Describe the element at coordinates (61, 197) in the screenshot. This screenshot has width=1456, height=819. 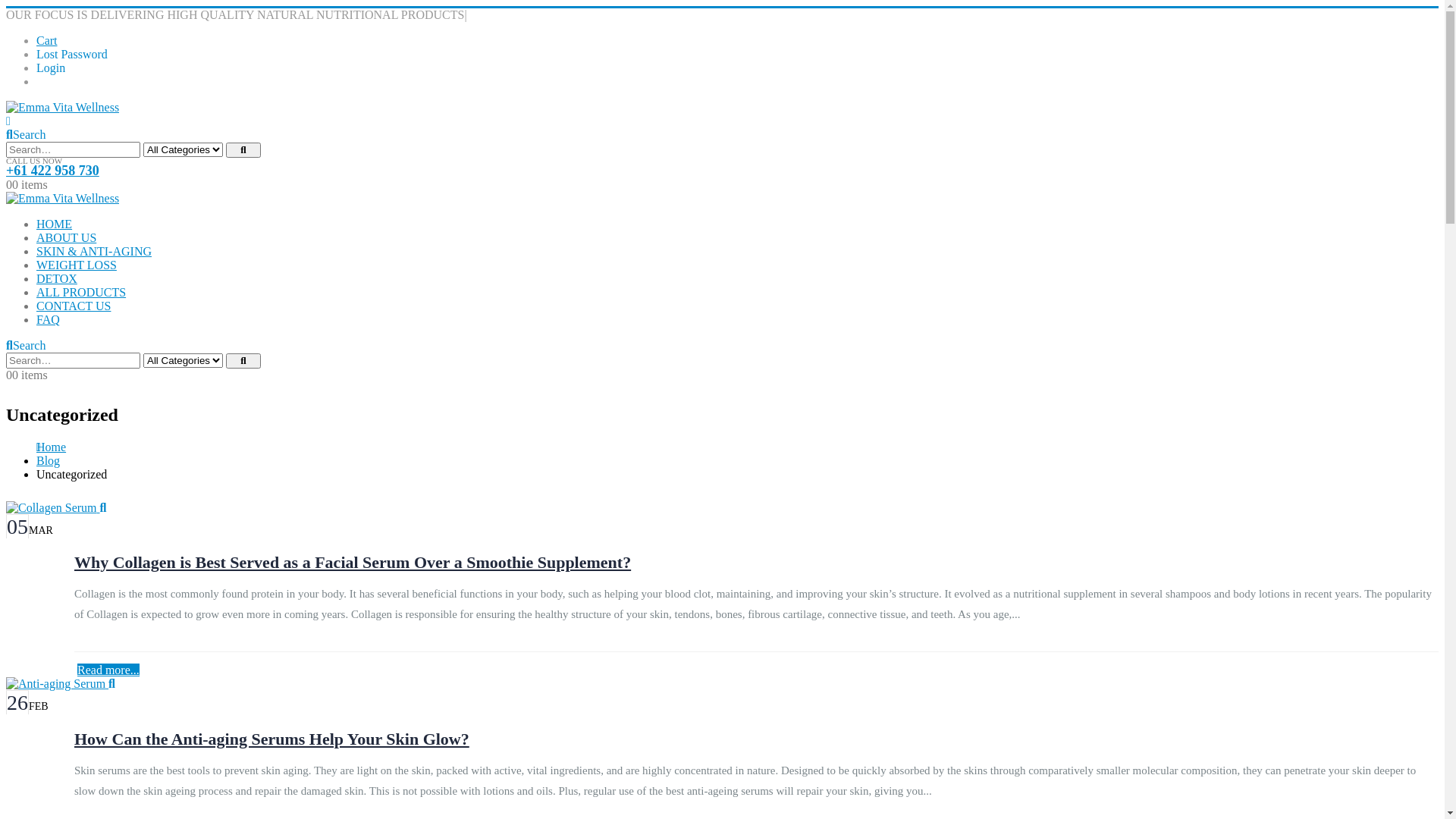
I see `'Emma Vita Wellness - Emma Vita Pvt. Ltd.'` at that location.